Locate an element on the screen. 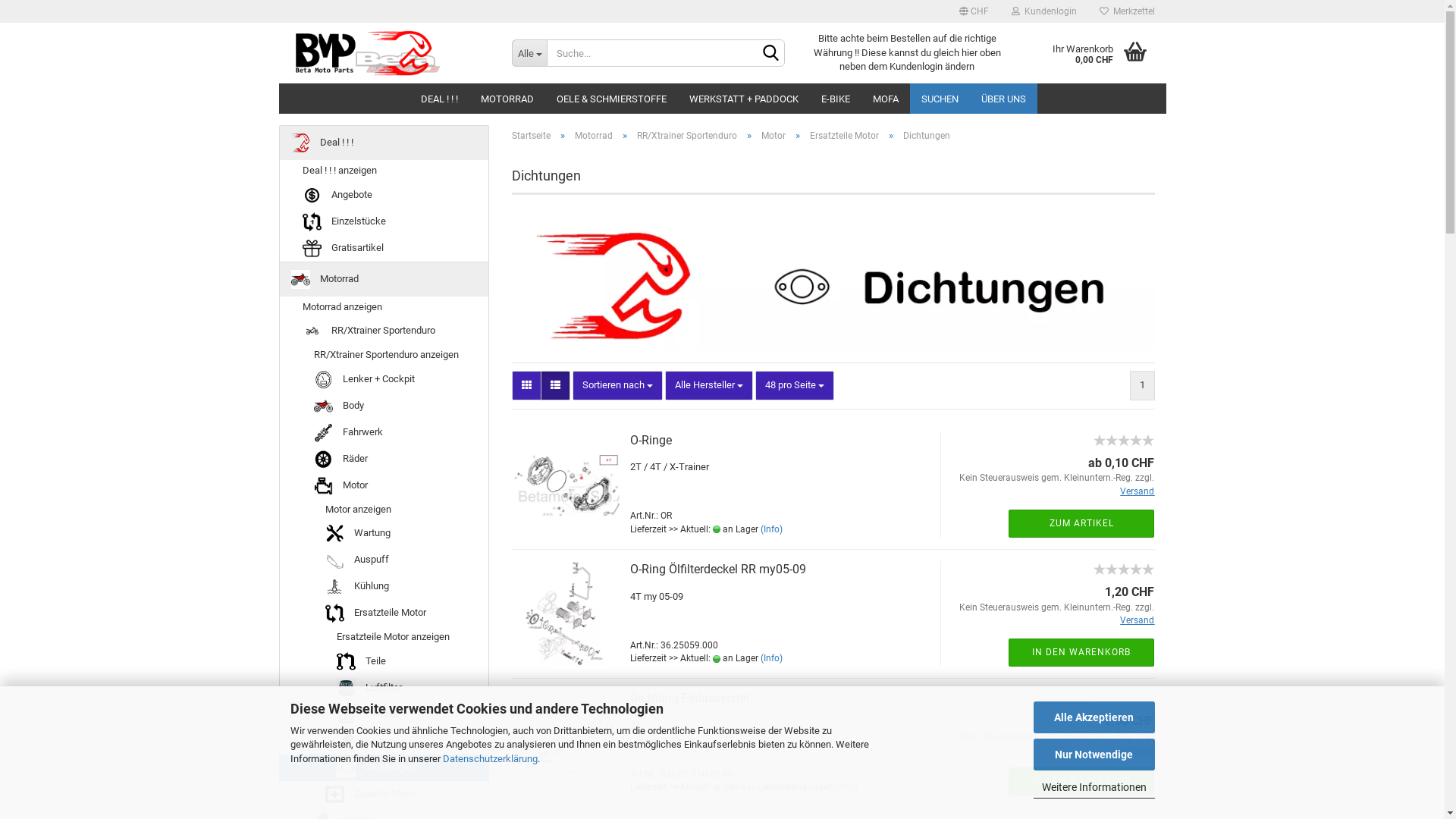 Image resolution: width=1456 pixels, height=819 pixels. 'MOTORRAD' is located at coordinates (506, 99).